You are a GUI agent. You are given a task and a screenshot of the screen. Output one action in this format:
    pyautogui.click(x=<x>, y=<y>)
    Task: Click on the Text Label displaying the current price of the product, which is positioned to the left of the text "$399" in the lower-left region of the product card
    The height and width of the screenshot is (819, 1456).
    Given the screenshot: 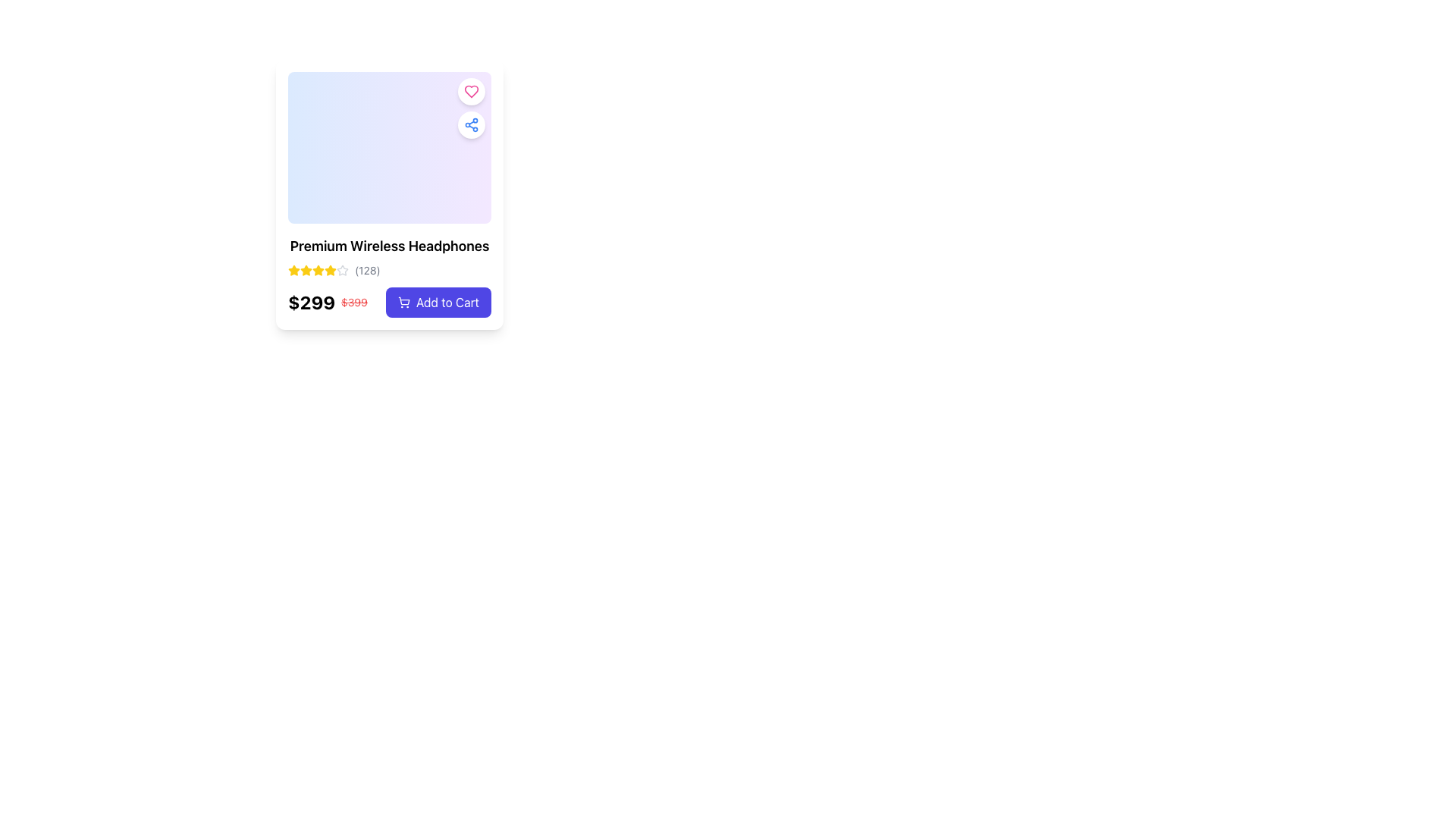 What is the action you would take?
    pyautogui.click(x=311, y=302)
    